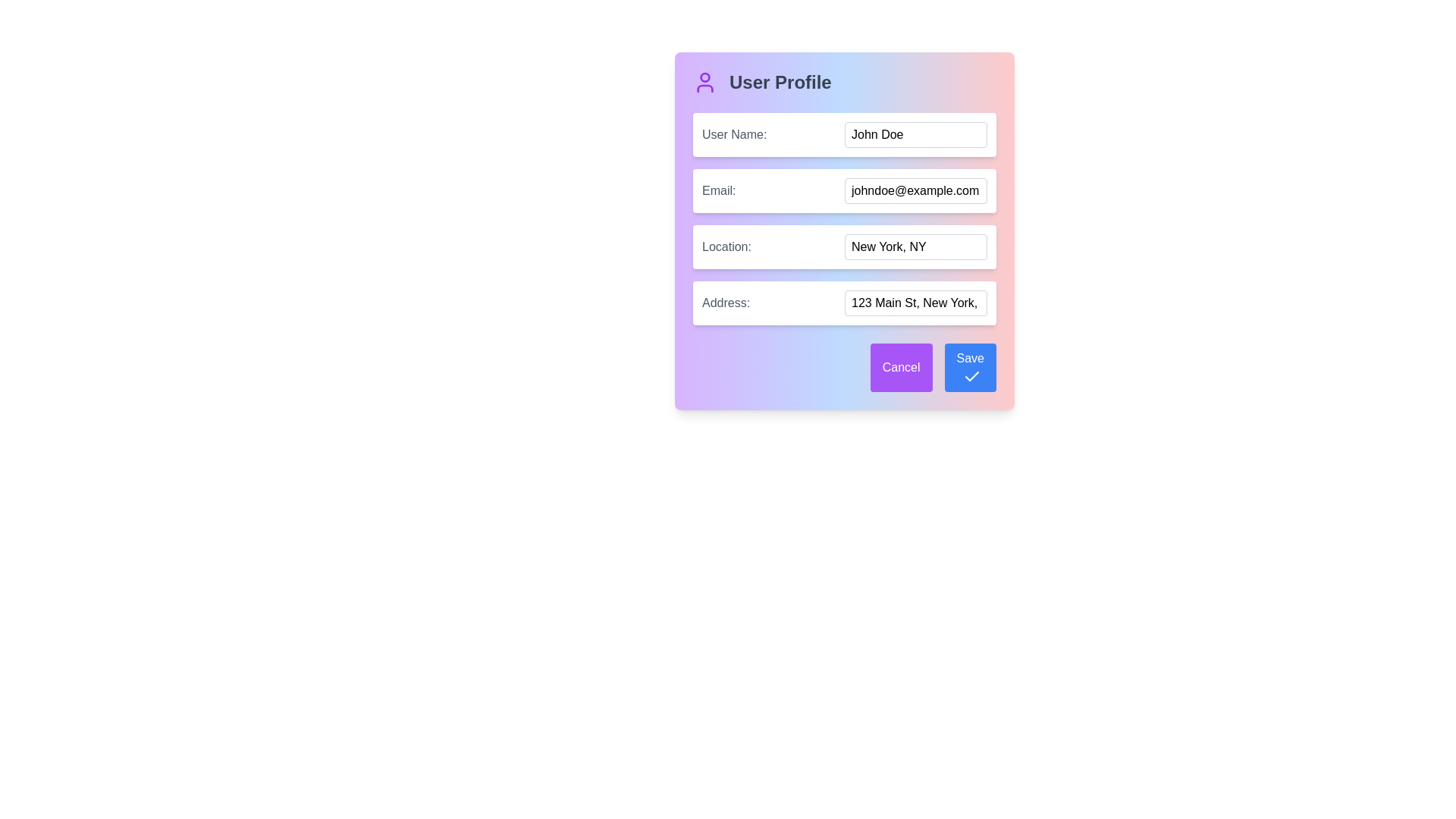 This screenshot has height=819, width=1456. What do you see at coordinates (915, 190) in the screenshot?
I see `the text input field for email, which has a light gray border and contains the text 'johndoe@example.com', to focus and edit` at bounding box center [915, 190].